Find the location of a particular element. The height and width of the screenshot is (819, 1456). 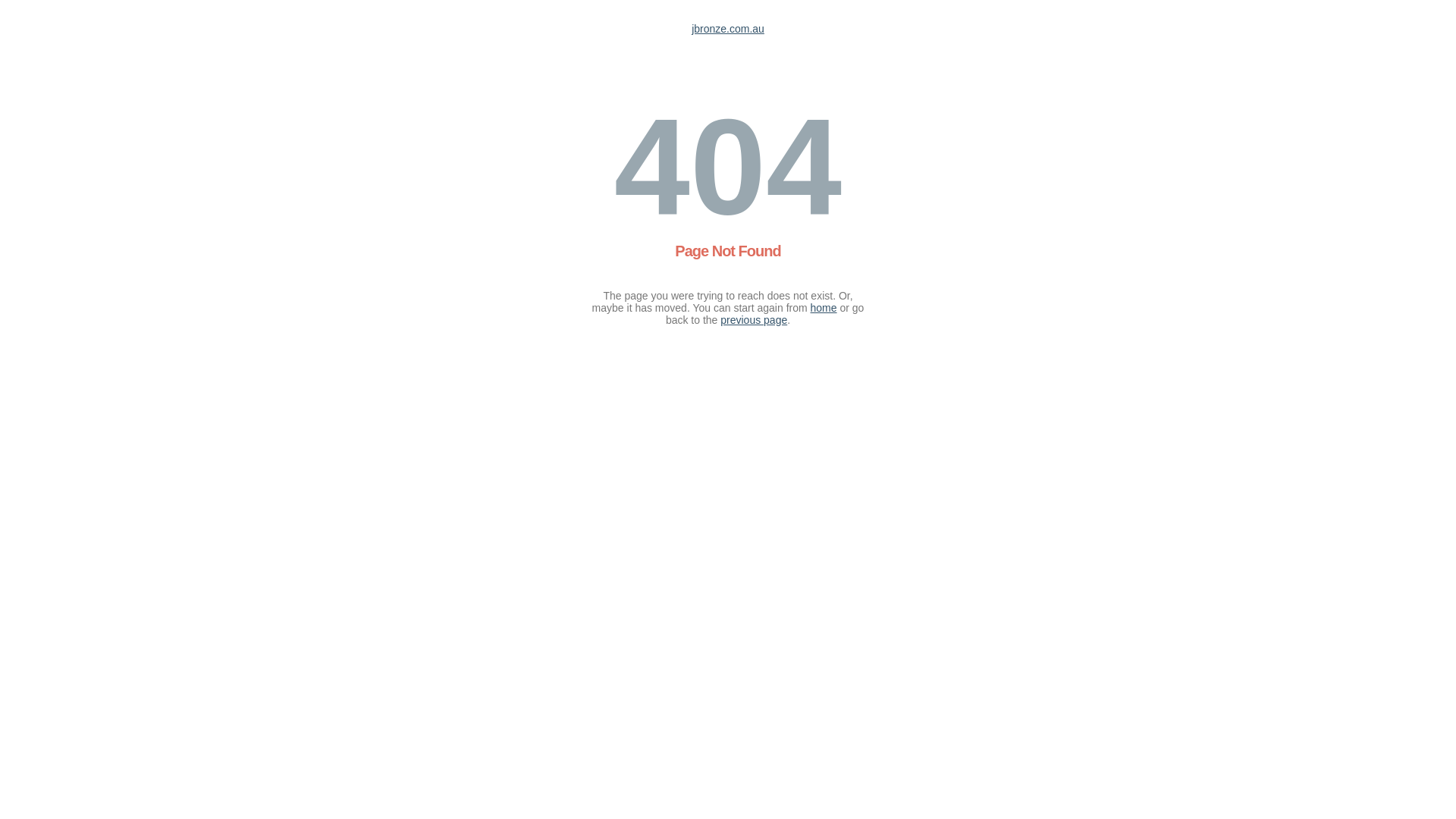

'home' is located at coordinates (810, 307).